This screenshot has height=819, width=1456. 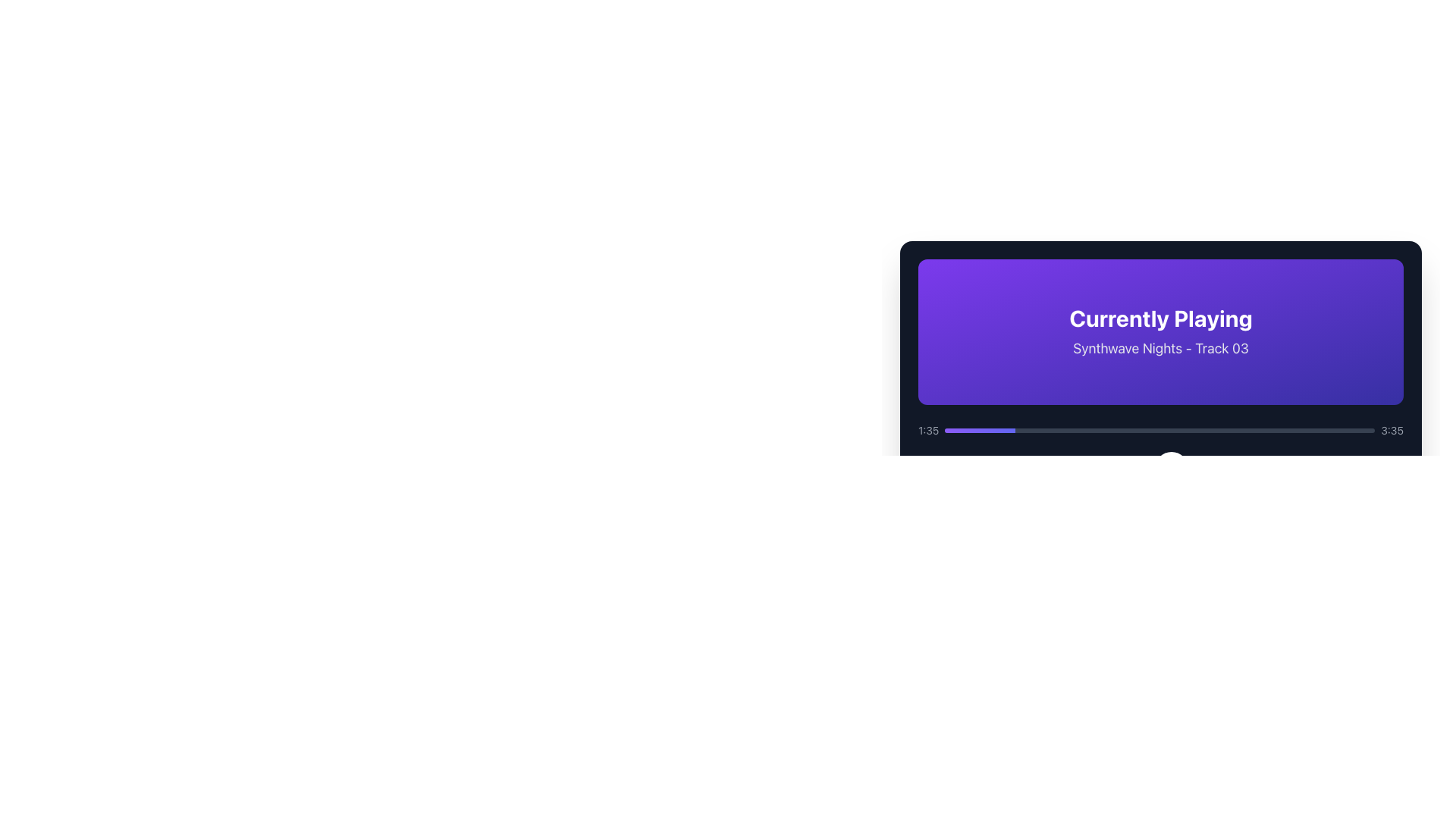 I want to click on the playback position, so click(x=977, y=430).